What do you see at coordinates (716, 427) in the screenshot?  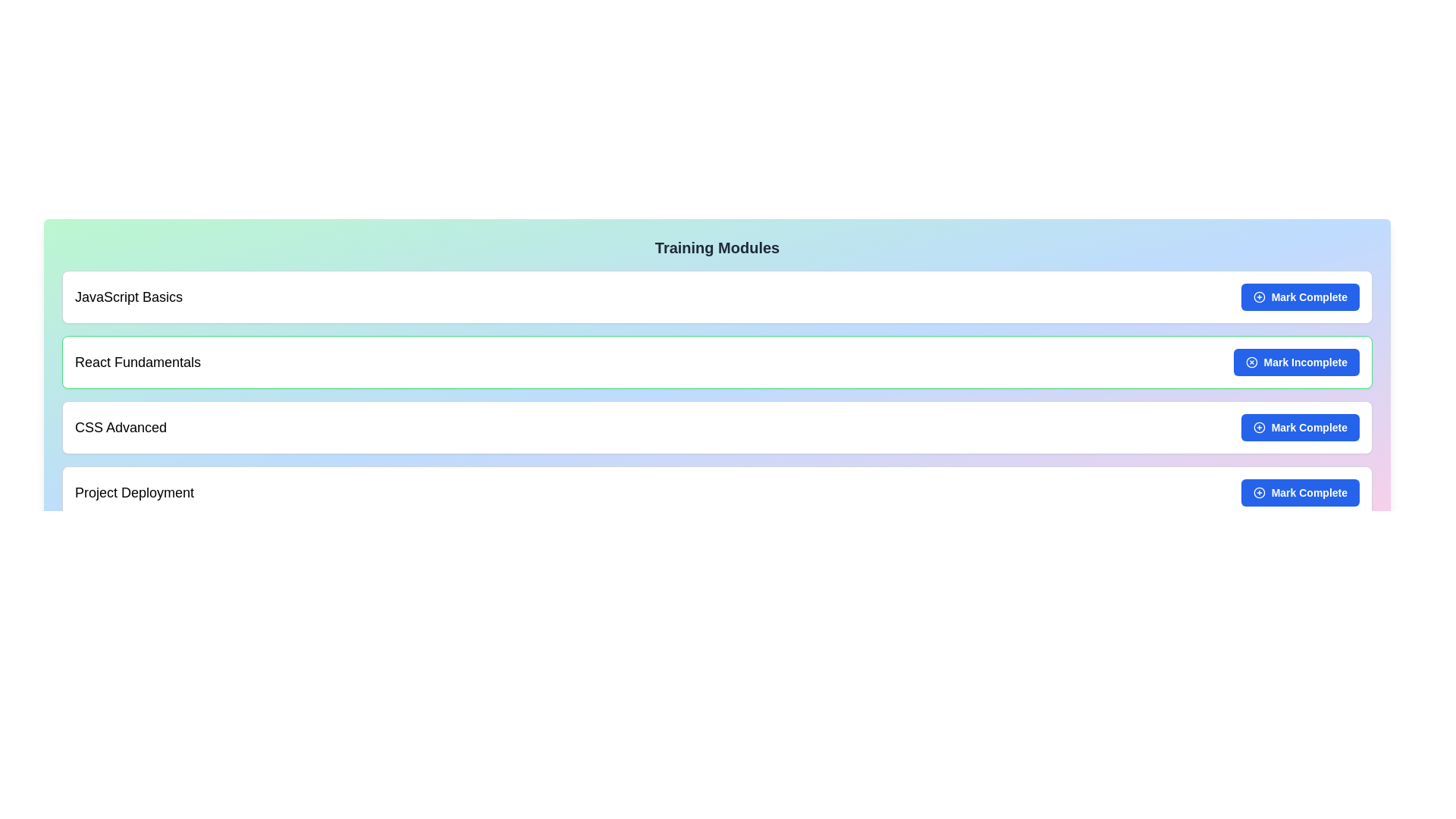 I see `module title from the section labeled 'CSS Advanced' which contains a button labeled 'Mark Complete' on the far right` at bounding box center [716, 427].